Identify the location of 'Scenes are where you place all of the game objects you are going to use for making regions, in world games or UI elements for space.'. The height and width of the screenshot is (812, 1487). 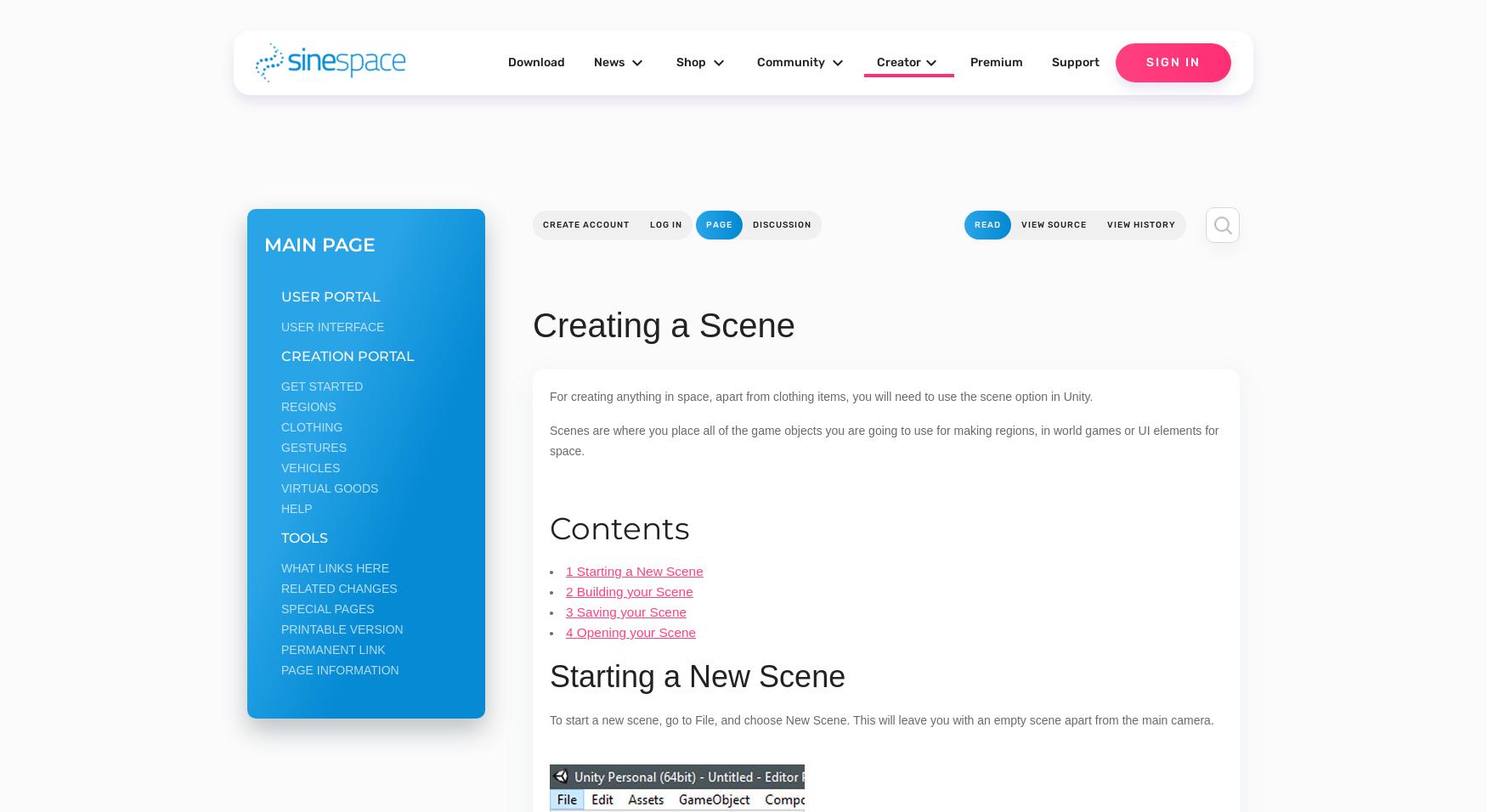
(883, 440).